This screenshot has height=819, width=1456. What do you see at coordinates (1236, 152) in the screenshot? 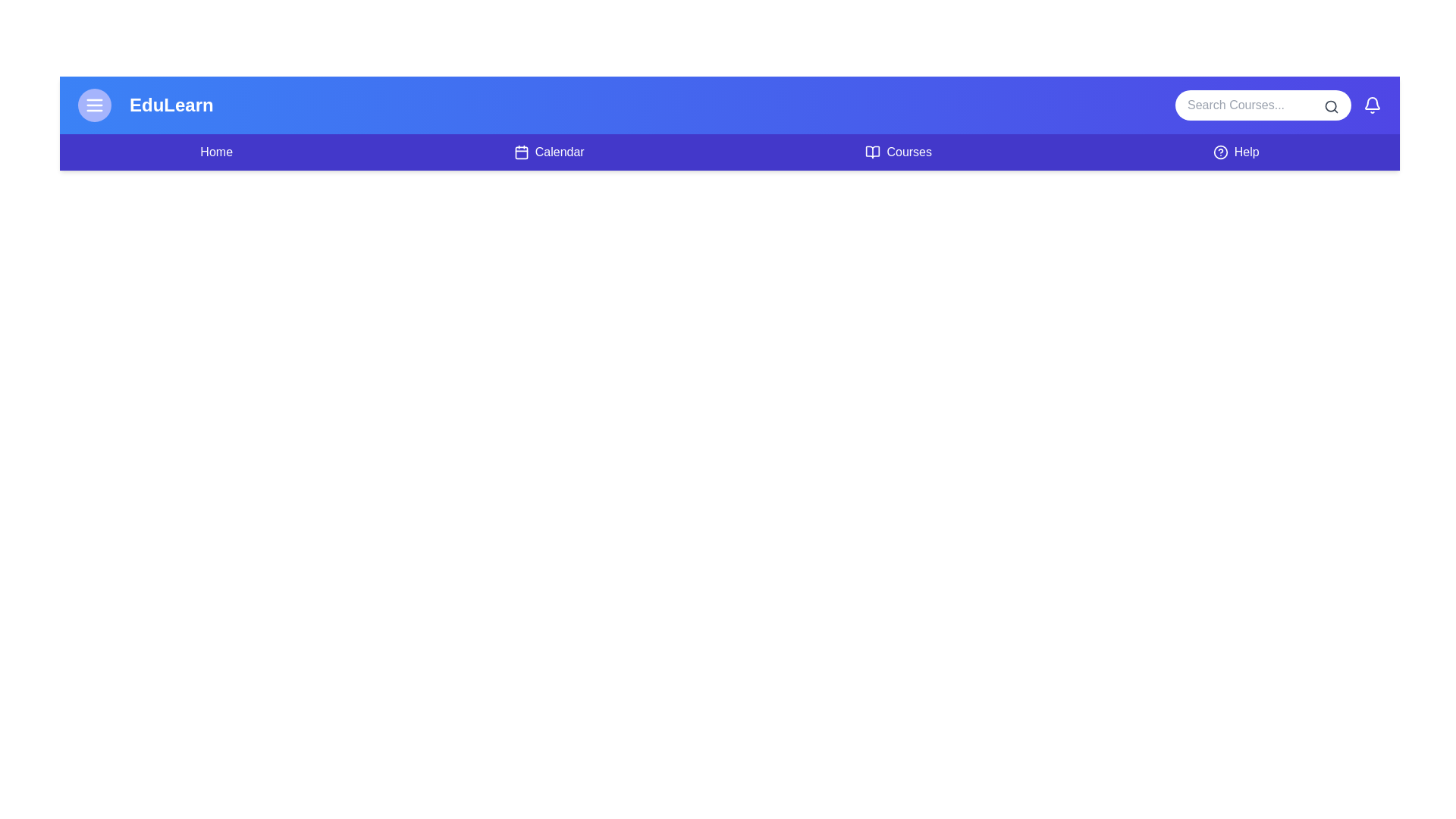
I see `the navigation link for Help to navigate to the corresponding section` at bounding box center [1236, 152].